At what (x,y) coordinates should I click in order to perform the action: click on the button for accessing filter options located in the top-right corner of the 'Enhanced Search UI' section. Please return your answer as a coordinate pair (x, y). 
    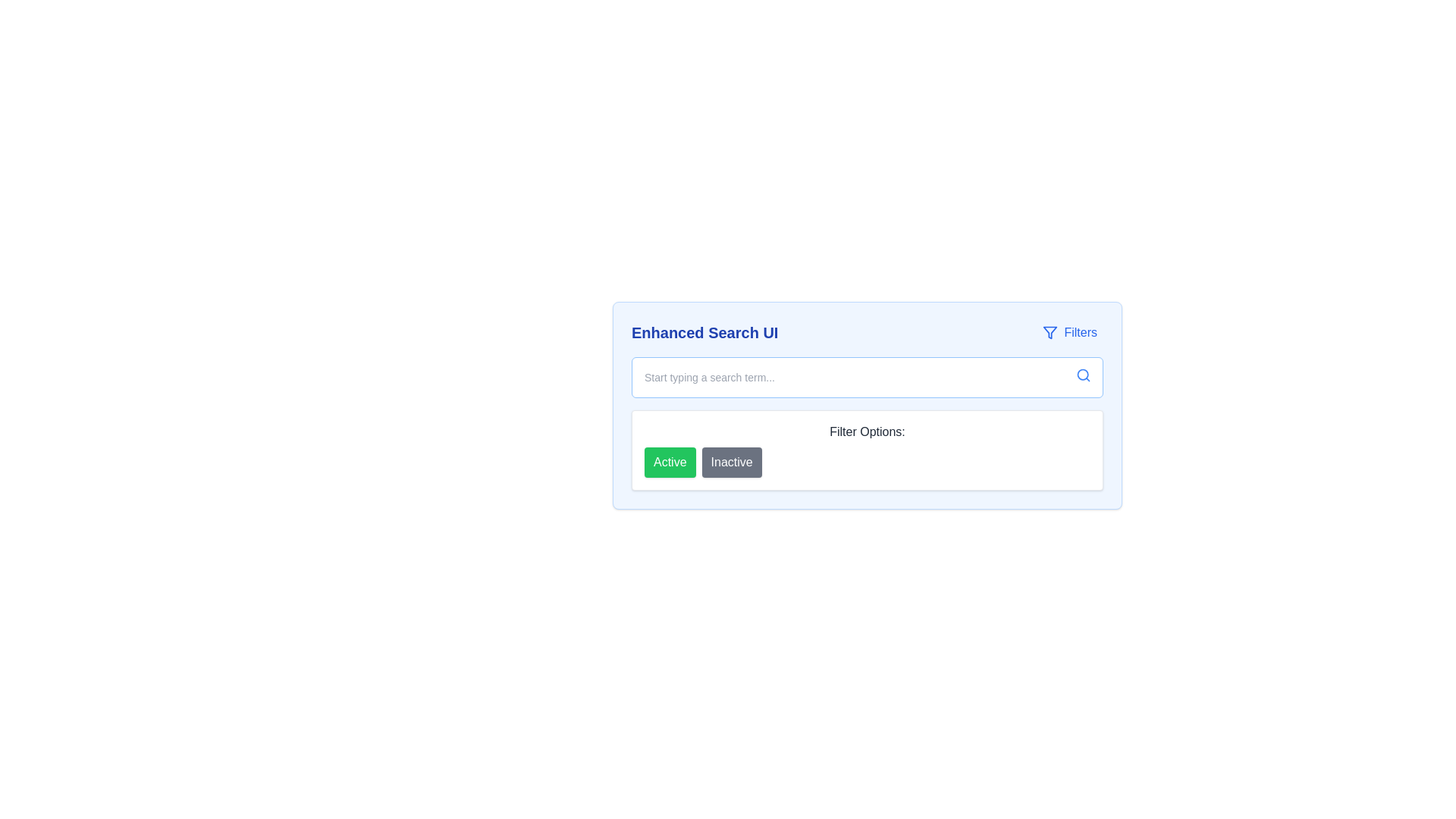
    Looking at the image, I should click on (1069, 332).